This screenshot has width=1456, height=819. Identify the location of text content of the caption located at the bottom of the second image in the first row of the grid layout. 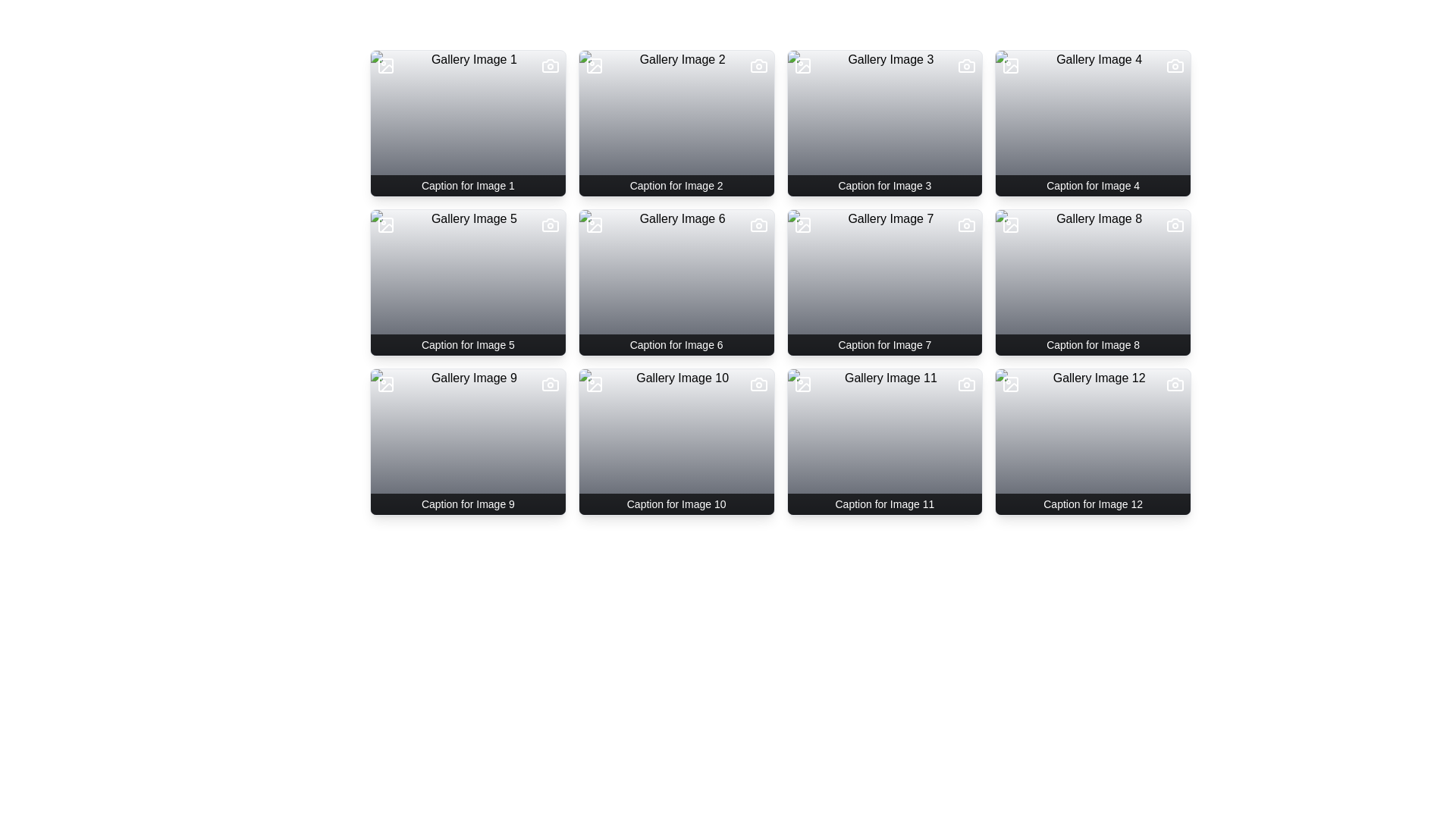
(676, 185).